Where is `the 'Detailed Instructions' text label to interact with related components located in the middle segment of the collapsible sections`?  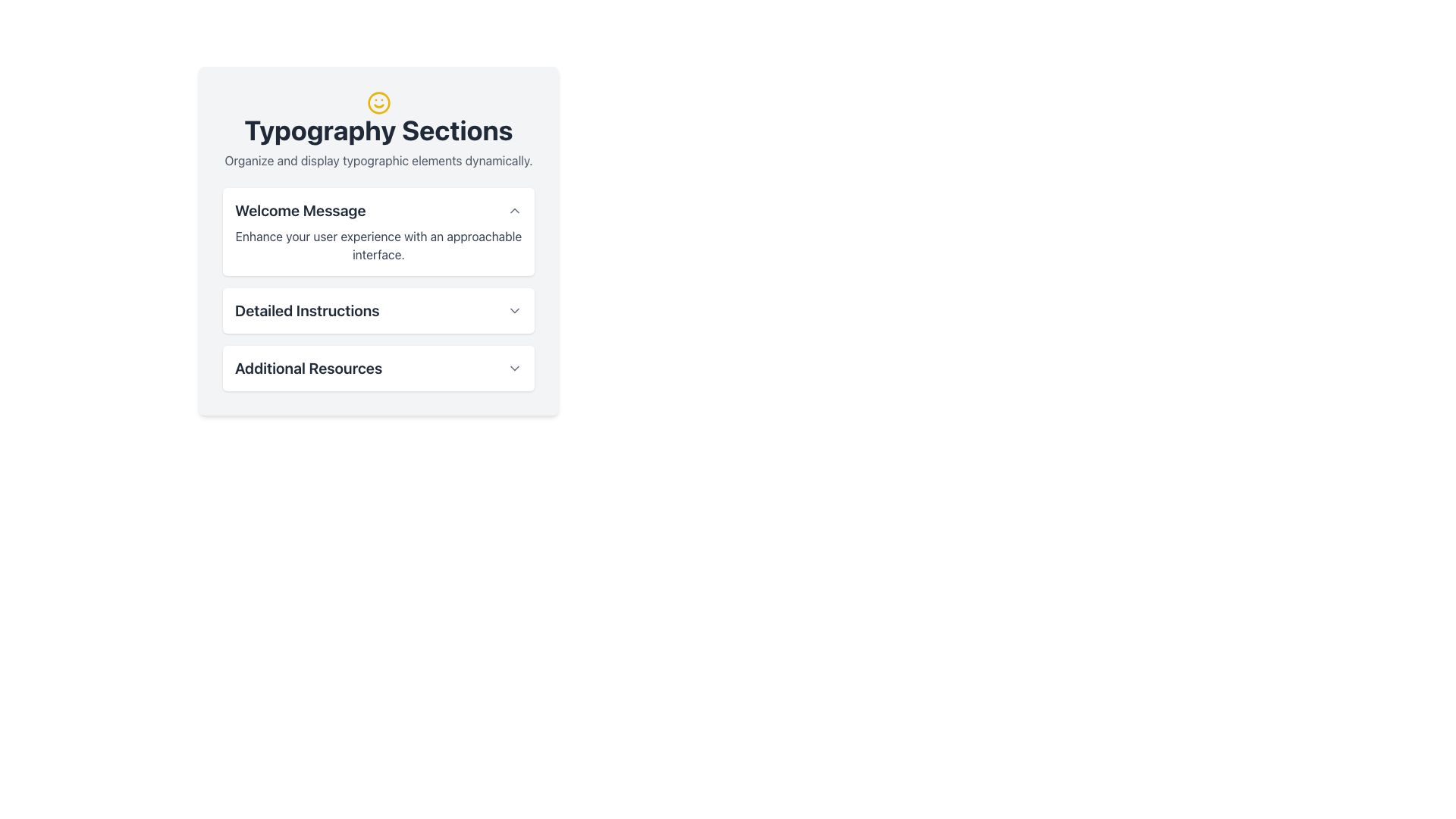
the 'Detailed Instructions' text label to interact with related components located in the middle segment of the collapsible sections is located at coordinates (306, 309).